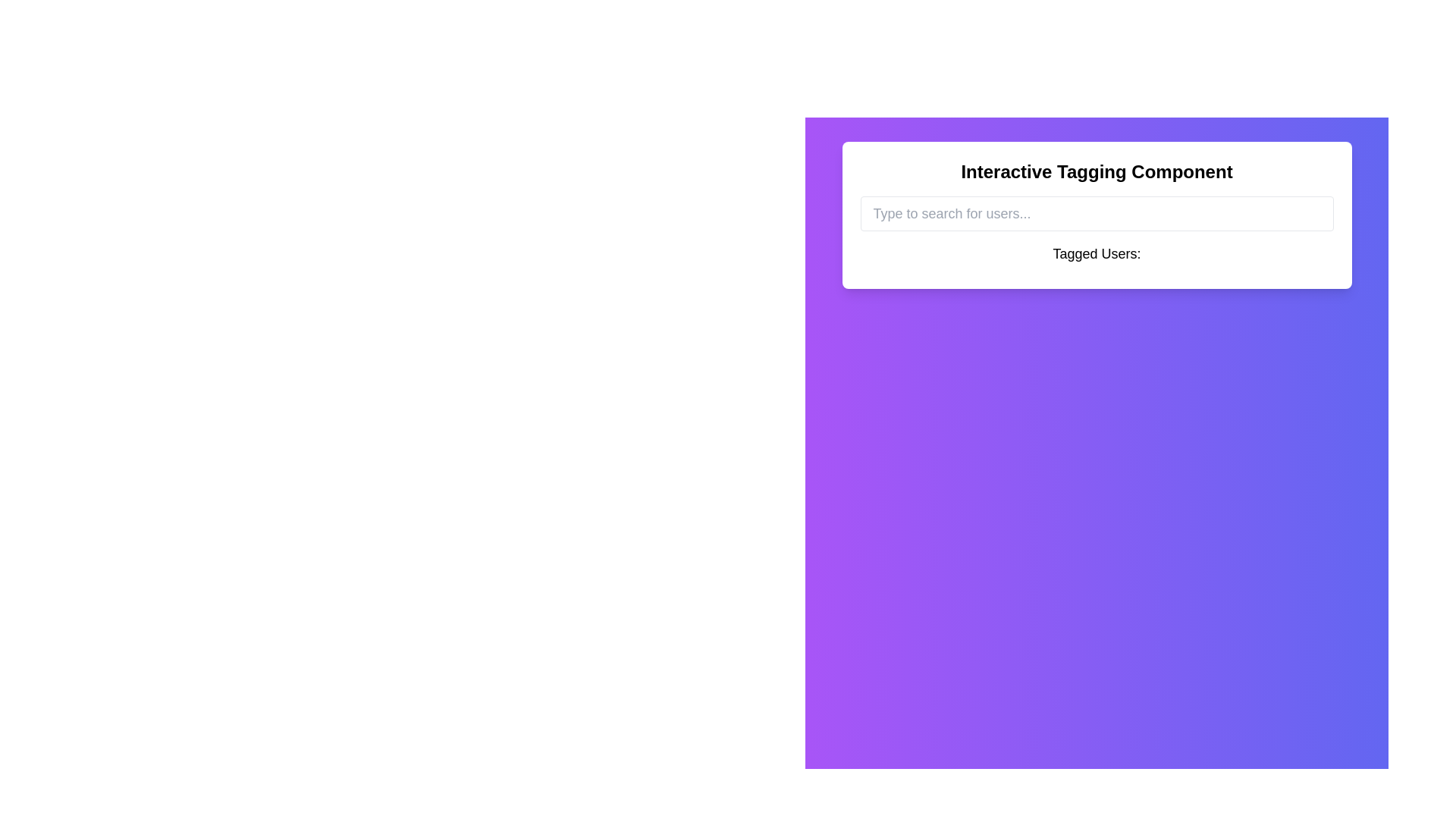 This screenshot has width=1456, height=819. Describe the element at coordinates (1097, 253) in the screenshot. I see `the centrally aligned Text label indicating the section for tagged users, located below the input field titled 'Type to search for users...'` at that location.